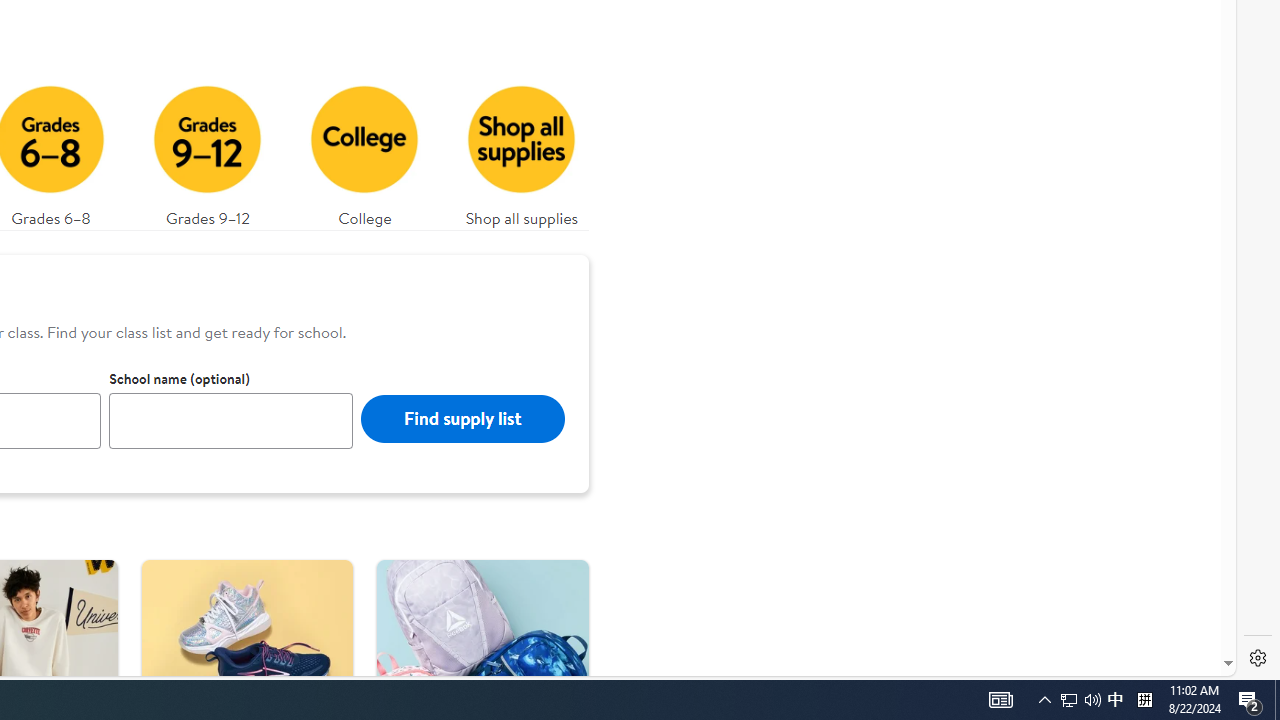 Image resolution: width=1280 pixels, height=720 pixels. What do you see at coordinates (364, 150) in the screenshot?
I see `'College'` at bounding box center [364, 150].